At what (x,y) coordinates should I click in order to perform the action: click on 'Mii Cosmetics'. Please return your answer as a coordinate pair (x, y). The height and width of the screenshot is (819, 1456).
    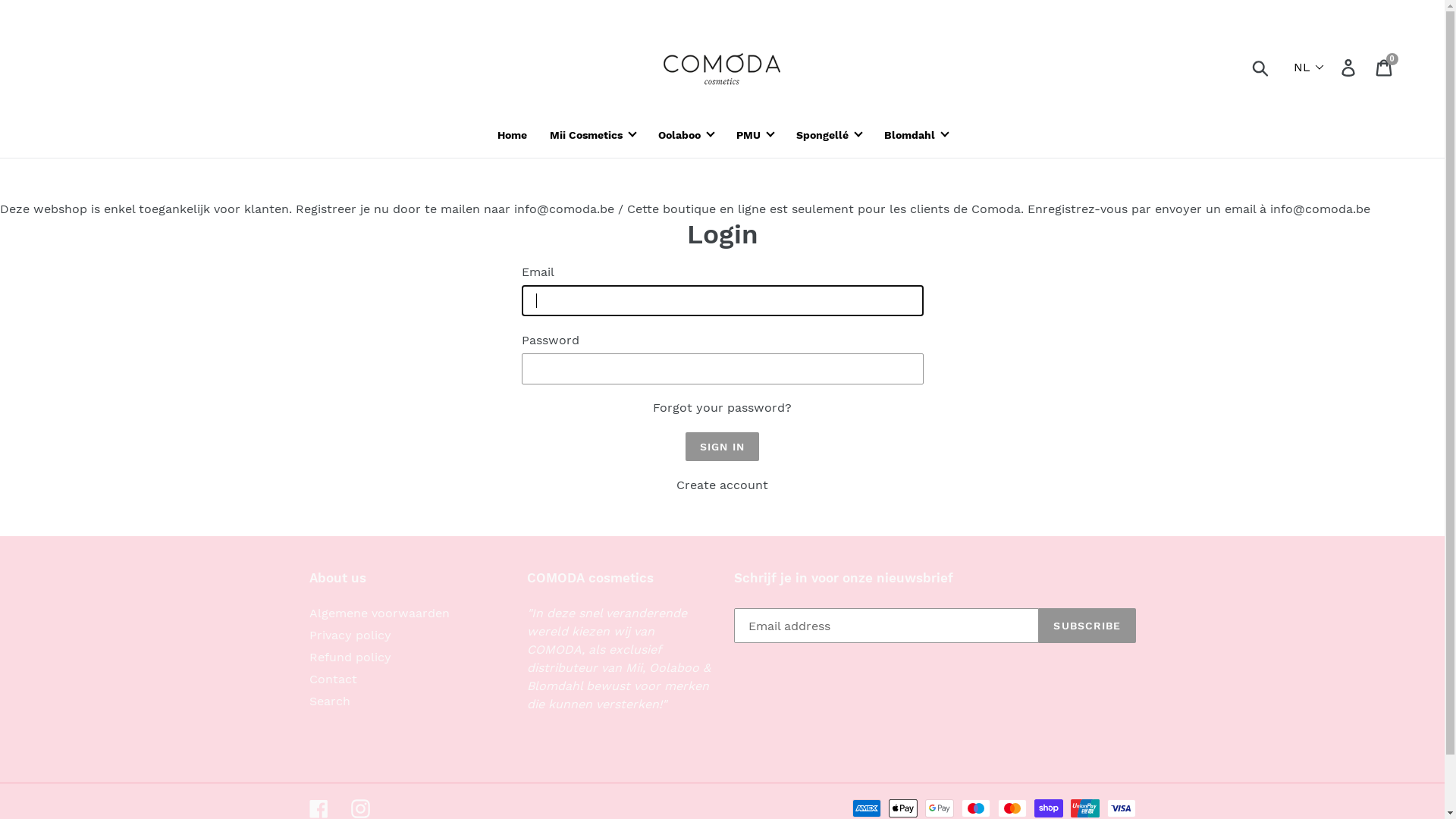
    Looking at the image, I should click on (591, 133).